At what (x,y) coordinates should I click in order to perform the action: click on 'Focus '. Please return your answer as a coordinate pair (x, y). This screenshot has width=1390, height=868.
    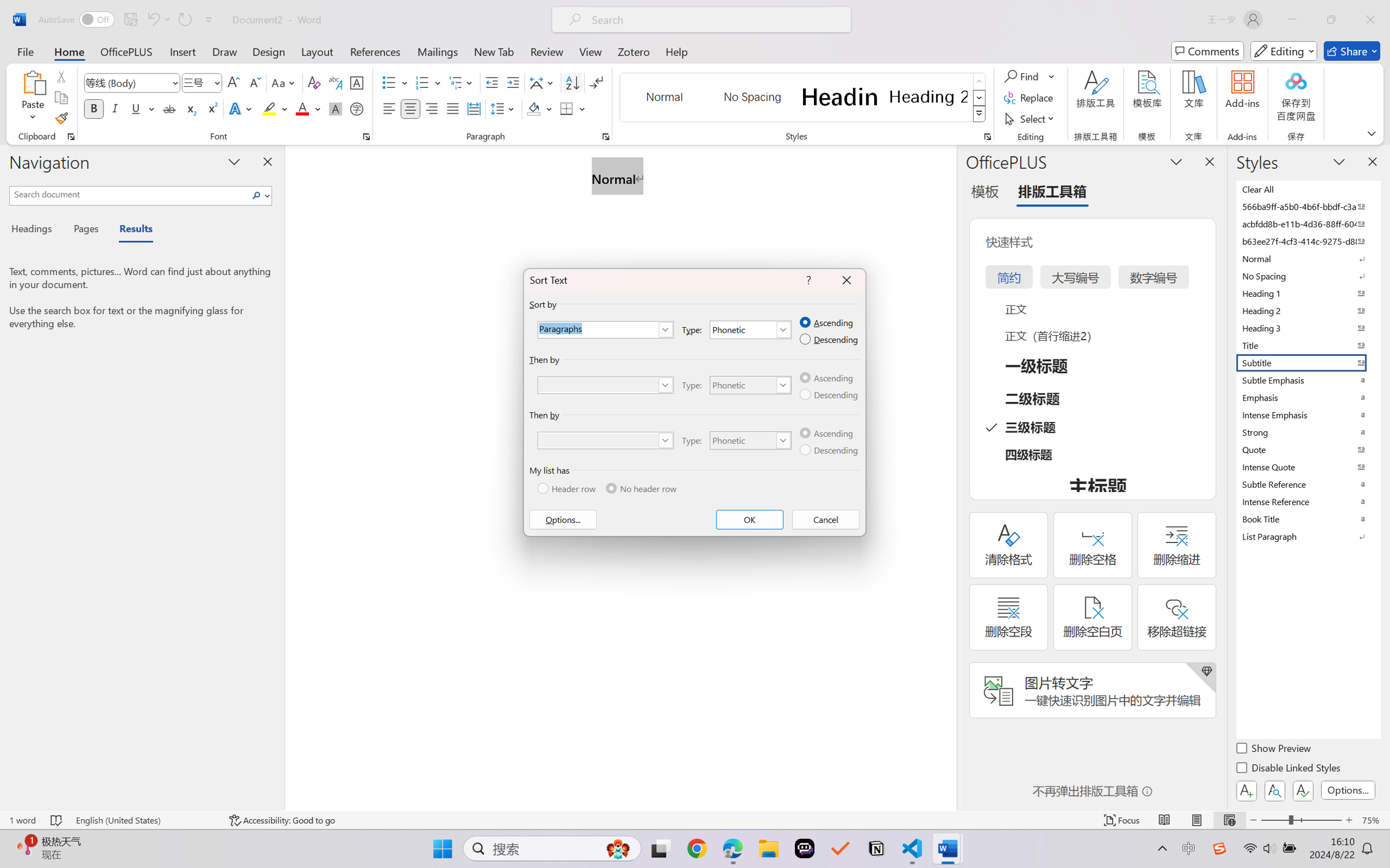
    Looking at the image, I should click on (1122, 820).